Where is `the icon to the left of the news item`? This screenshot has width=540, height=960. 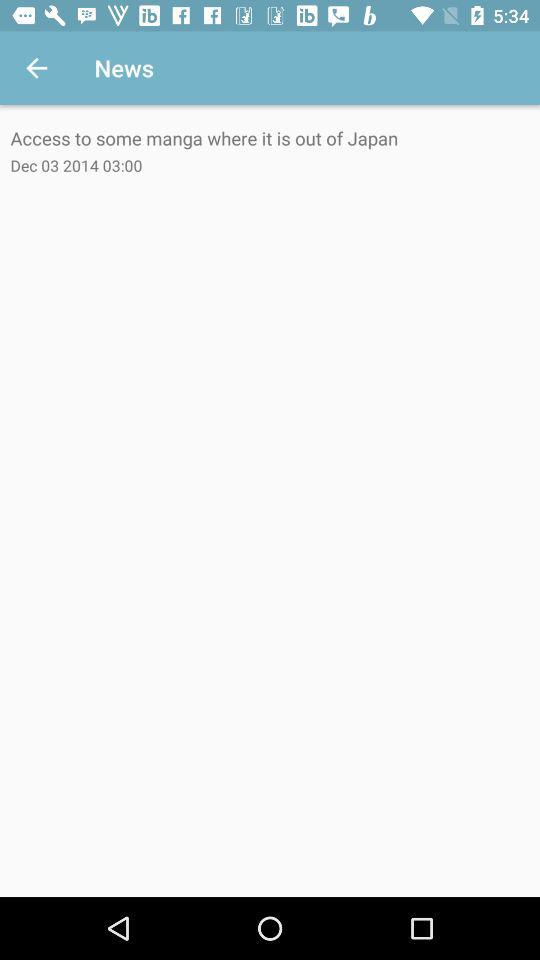 the icon to the left of the news item is located at coordinates (36, 68).